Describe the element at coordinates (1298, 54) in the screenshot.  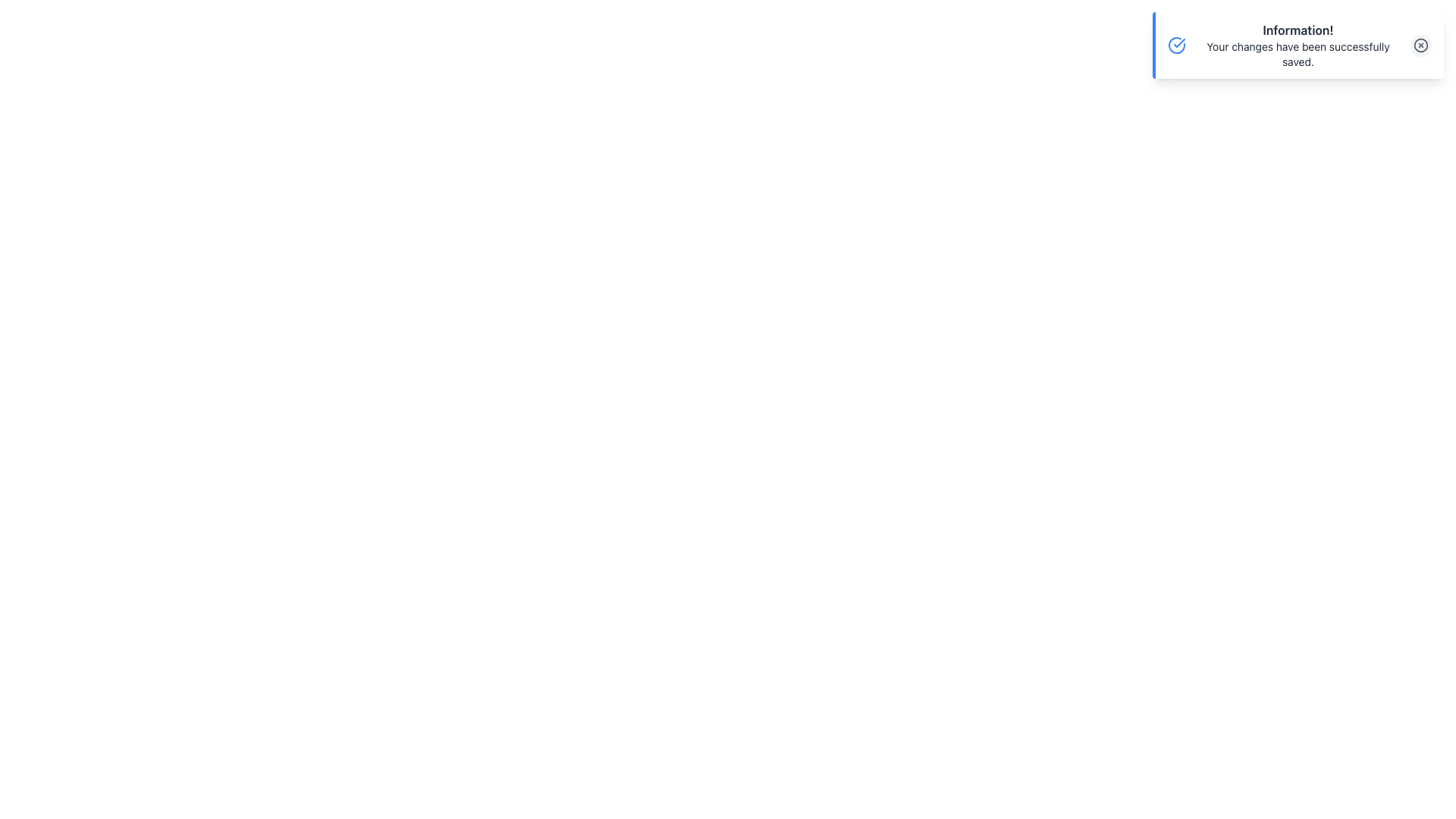
I see `text 'Your changes have been successfully saved.' which is a smaller font styled text located below the bold title 'Information!' in the notification box` at that location.